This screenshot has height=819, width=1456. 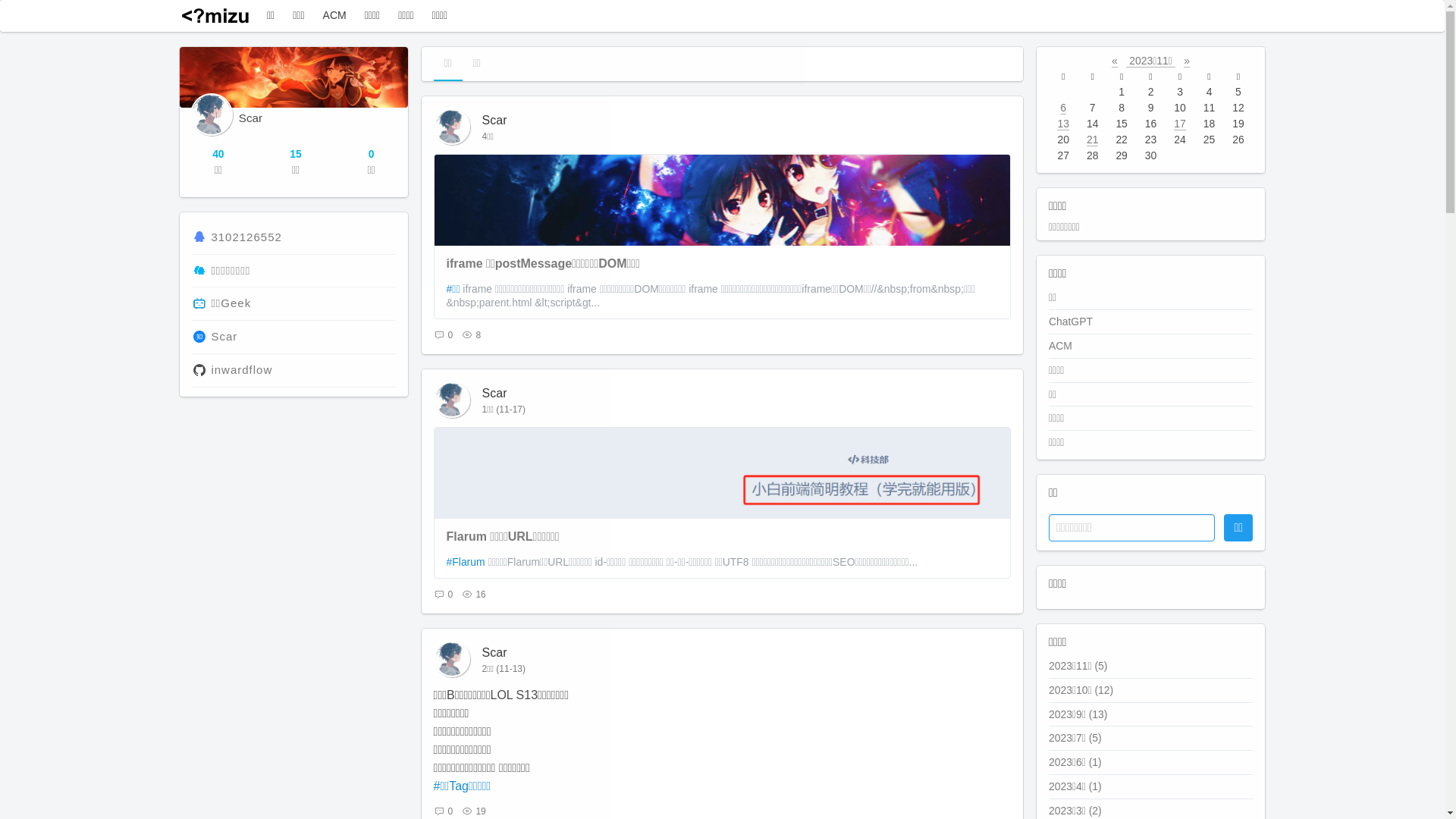 What do you see at coordinates (465, 561) in the screenshot?
I see `'#Flarum'` at bounding box center [465, 561].